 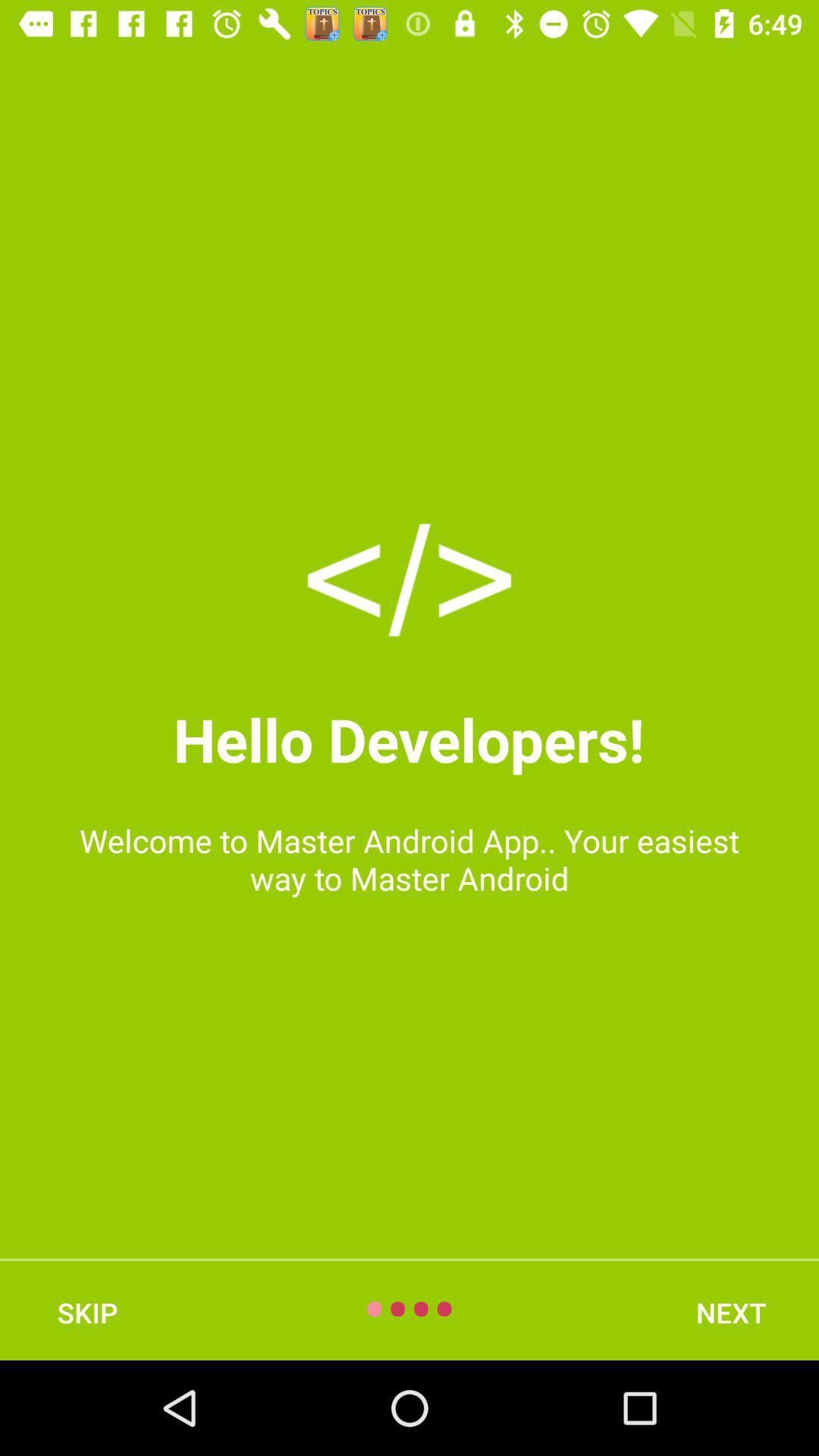 I want to click on icon at the bottom right corner, so click(x=730, y=1312).